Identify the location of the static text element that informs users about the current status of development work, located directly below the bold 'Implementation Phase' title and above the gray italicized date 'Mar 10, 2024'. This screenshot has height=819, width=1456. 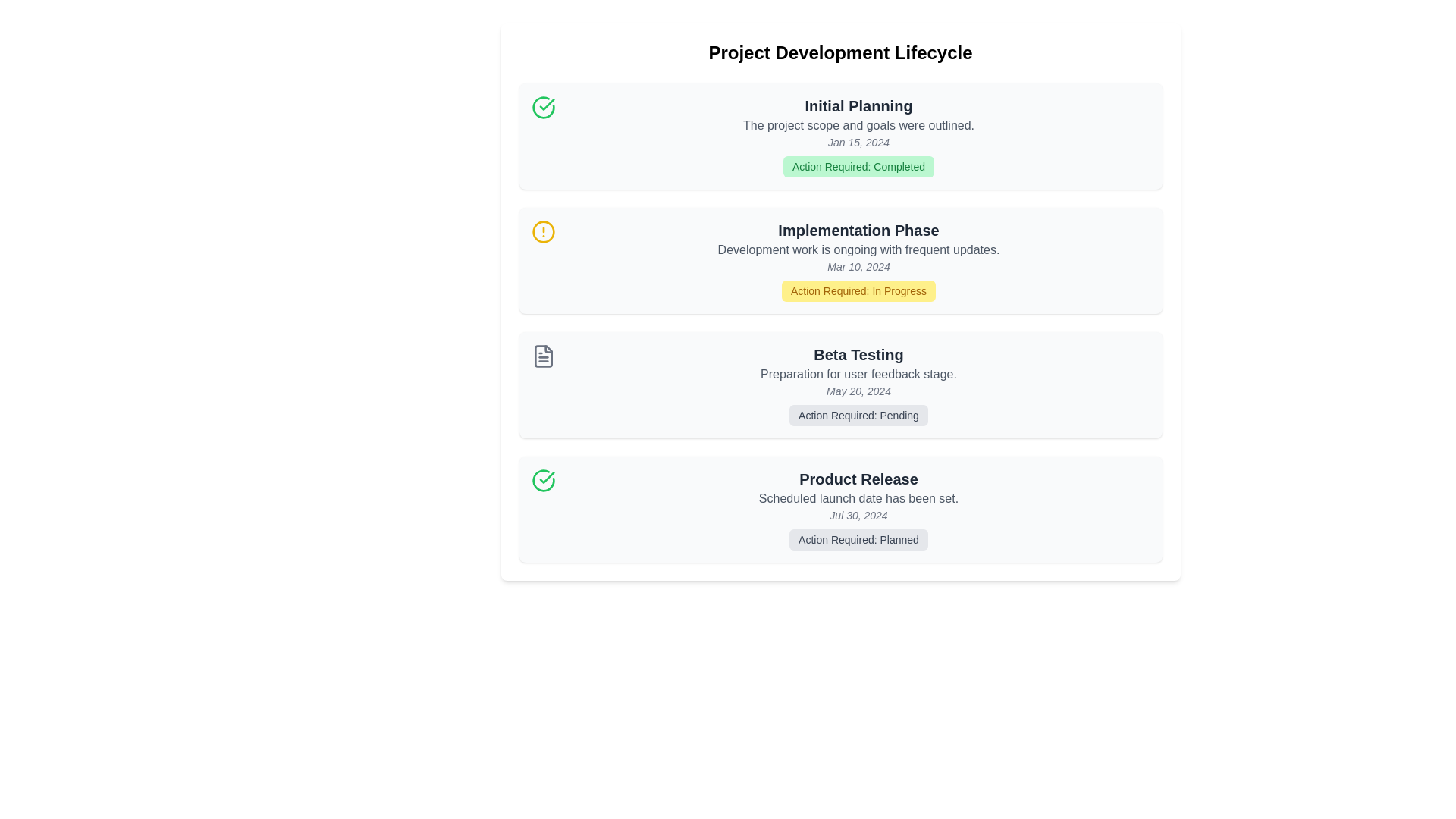
(858, 249).